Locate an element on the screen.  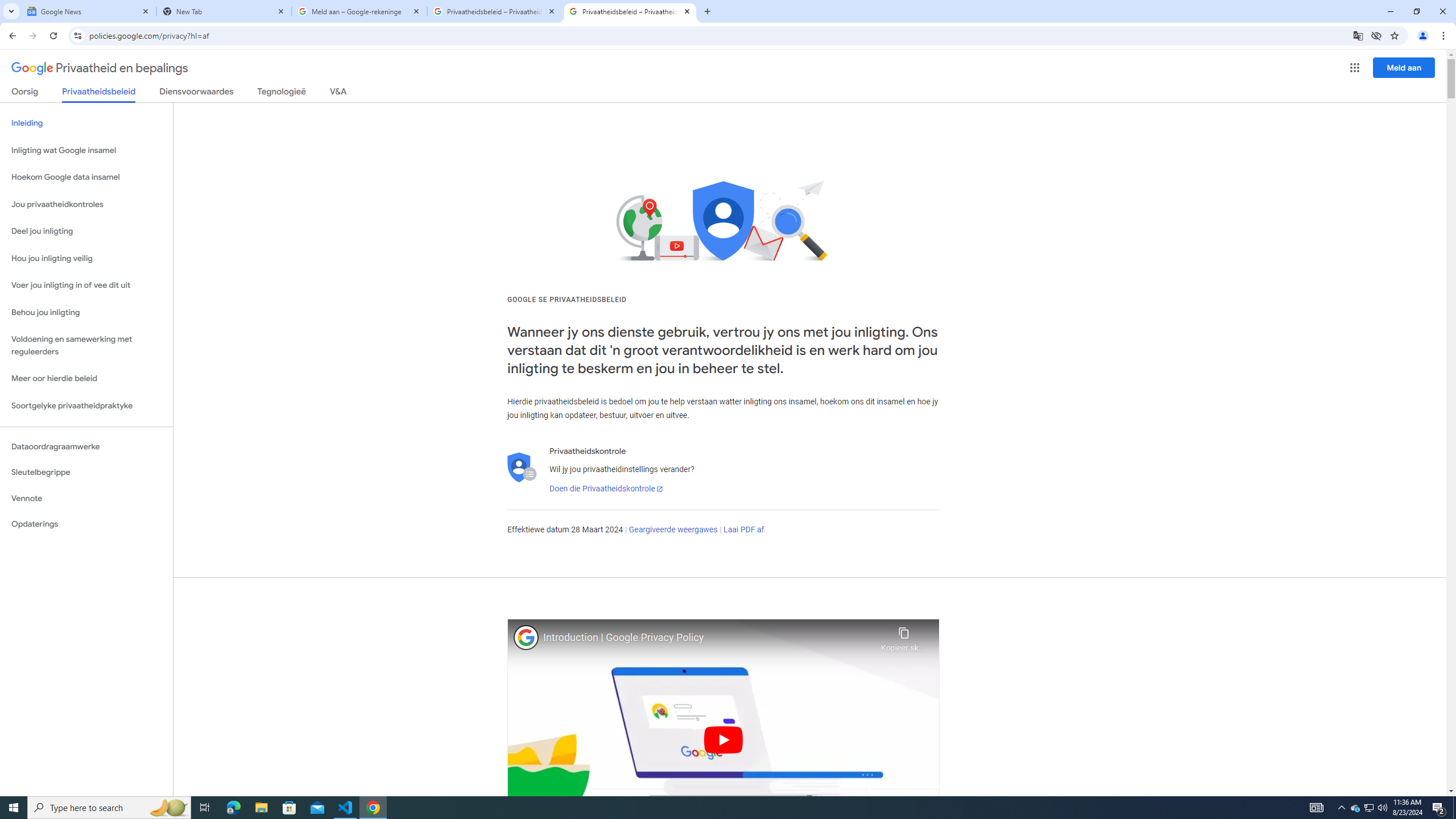
'You' is located at coordinates (1423, 35).